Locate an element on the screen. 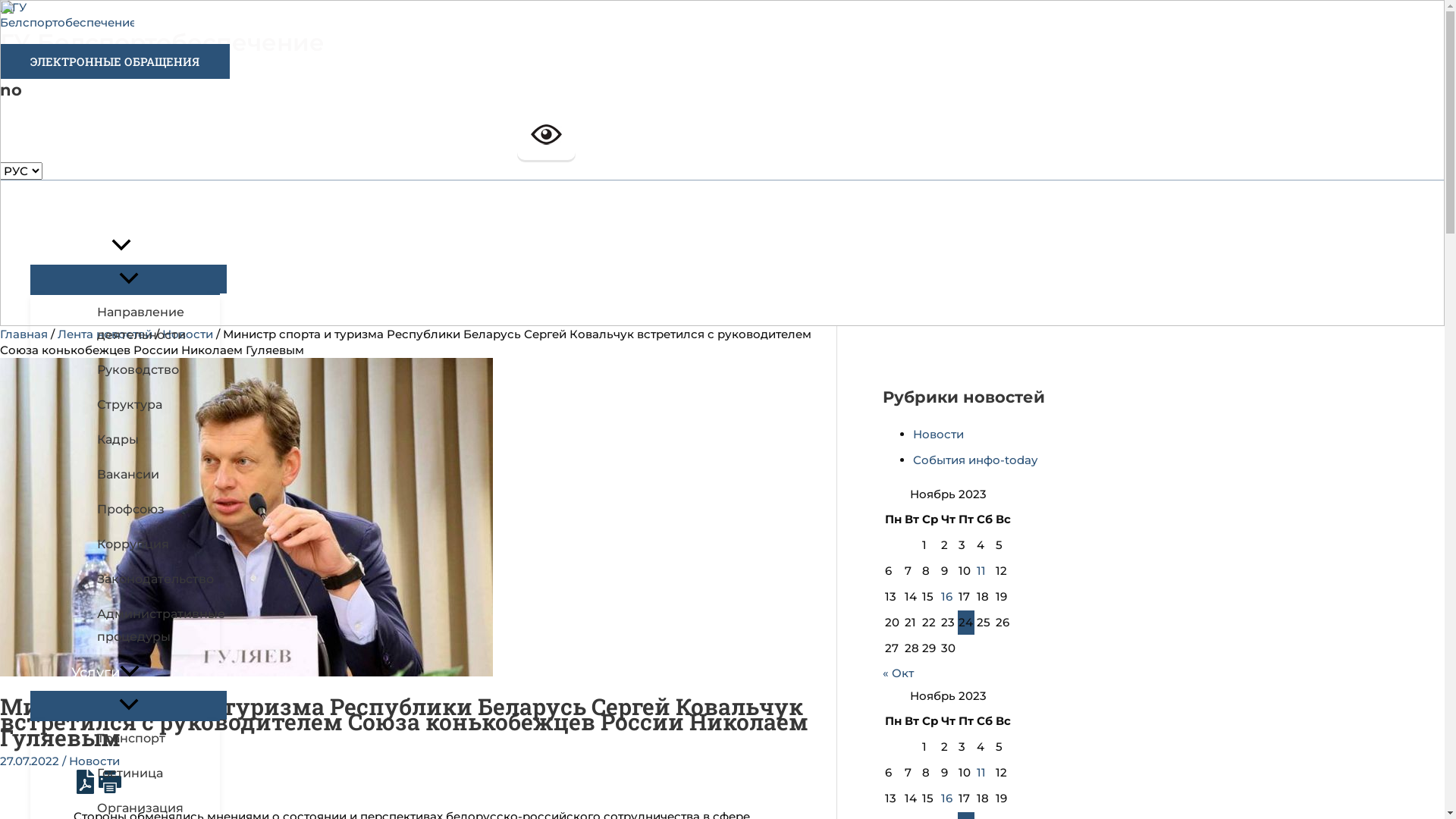 The height and width of the screenshot is (819, 1456). '16' is located at coordinates (946, 797).